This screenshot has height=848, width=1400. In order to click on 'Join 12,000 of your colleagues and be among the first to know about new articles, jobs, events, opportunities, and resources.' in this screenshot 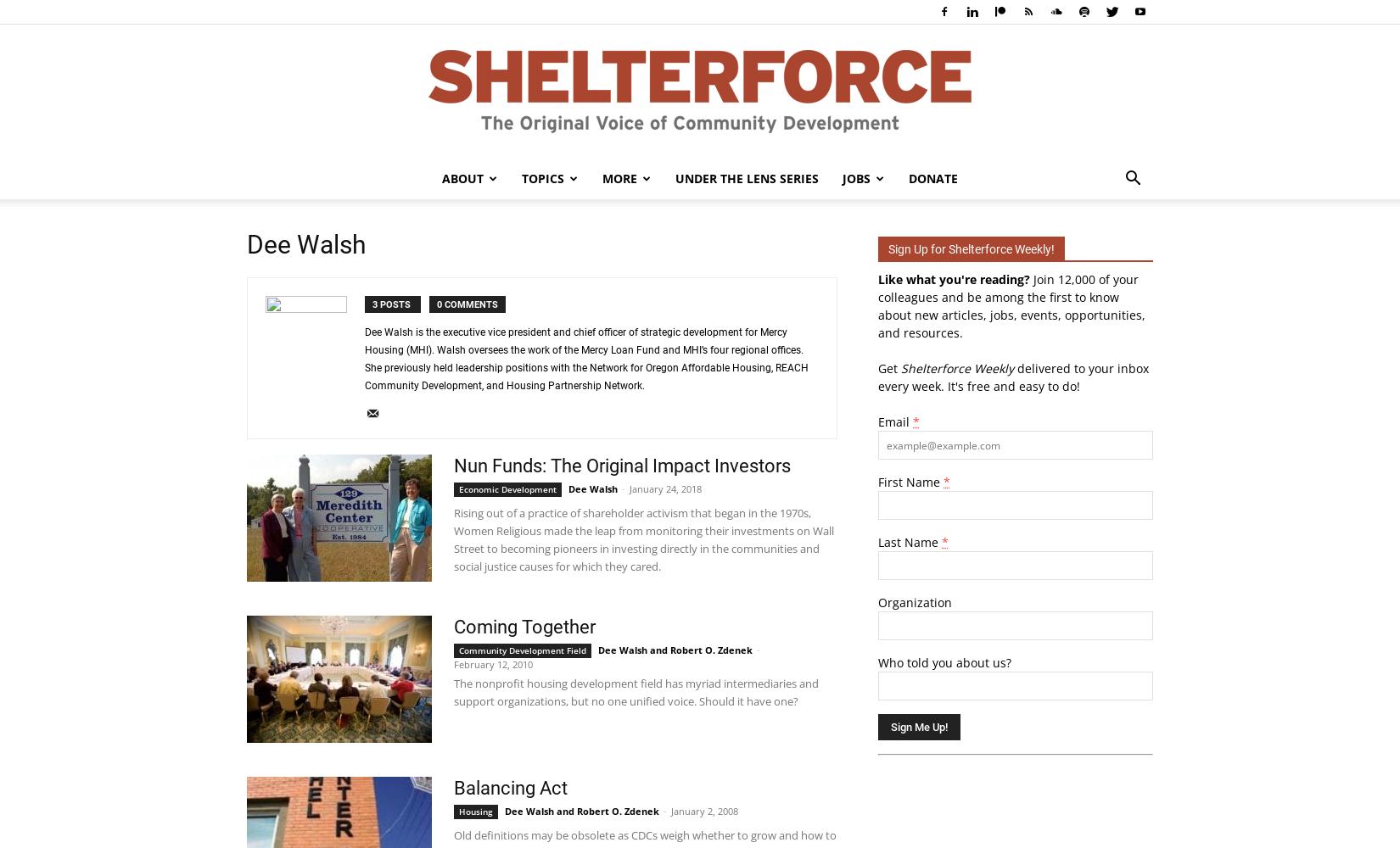, I will do `click(1011, 305)`.